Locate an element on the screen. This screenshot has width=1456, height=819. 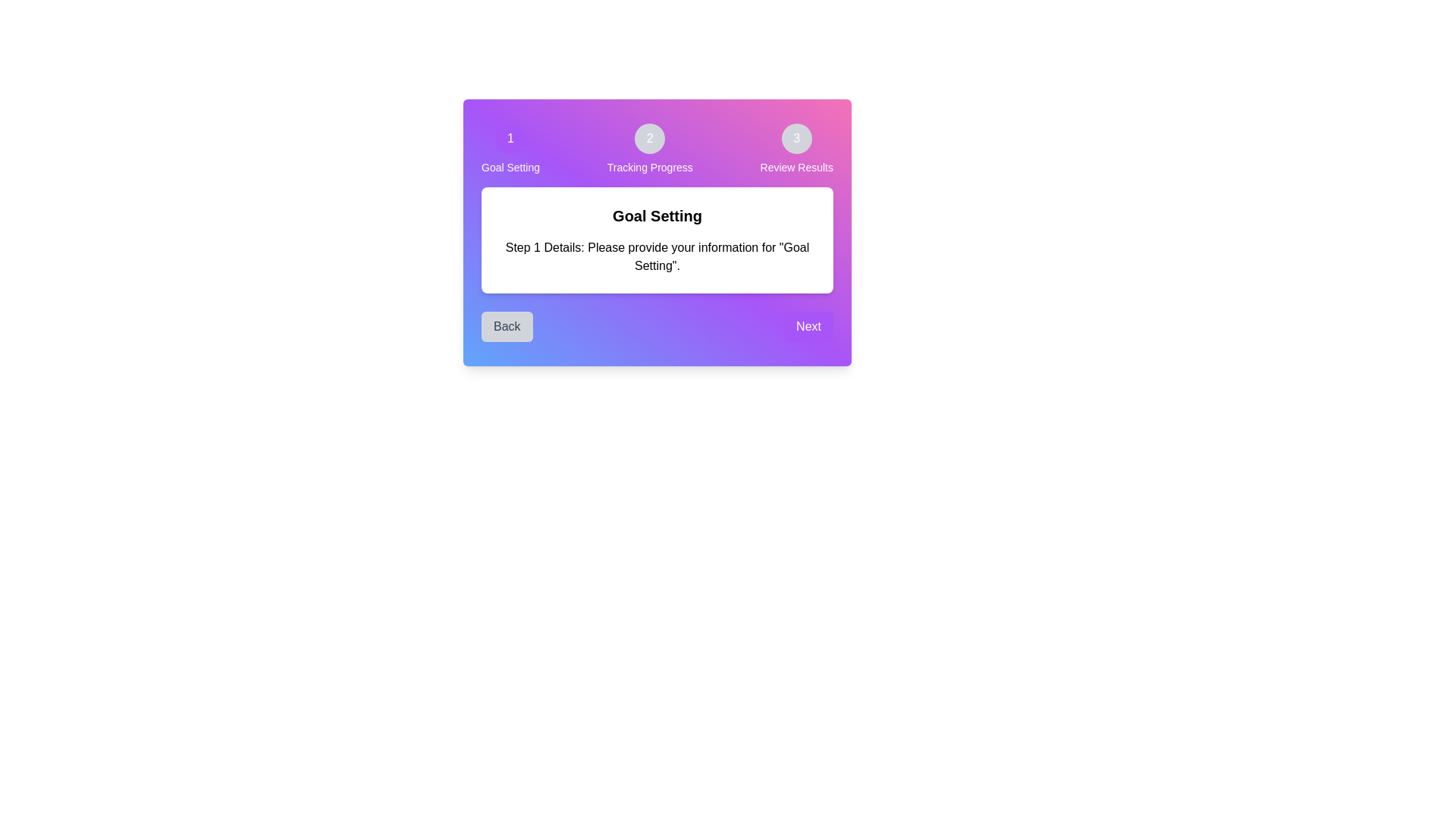
the 'Next' button to proceed to the next activity is located at coordinates (807, 326).